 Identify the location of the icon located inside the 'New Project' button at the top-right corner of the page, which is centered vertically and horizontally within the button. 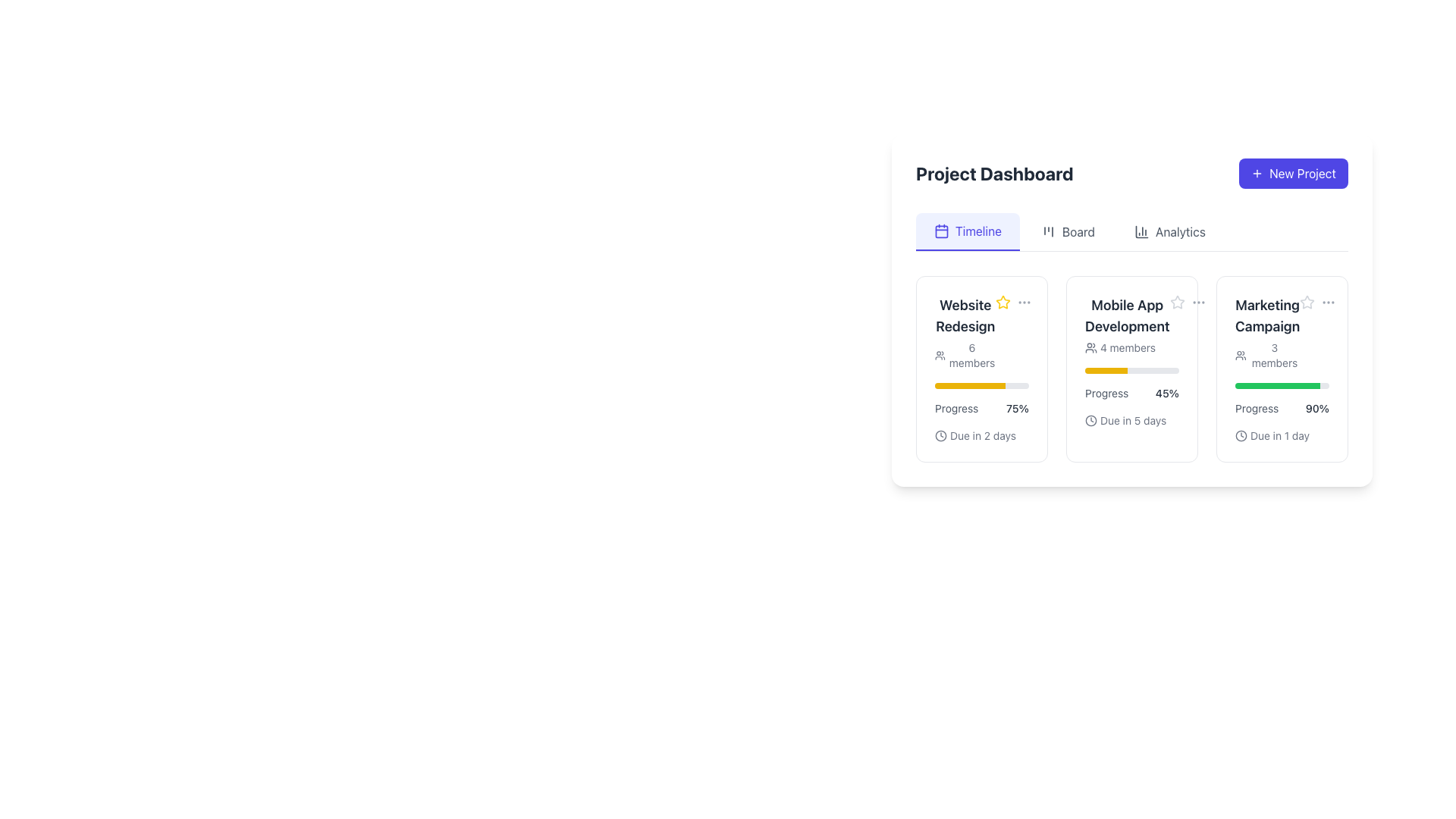
(1257, 172).